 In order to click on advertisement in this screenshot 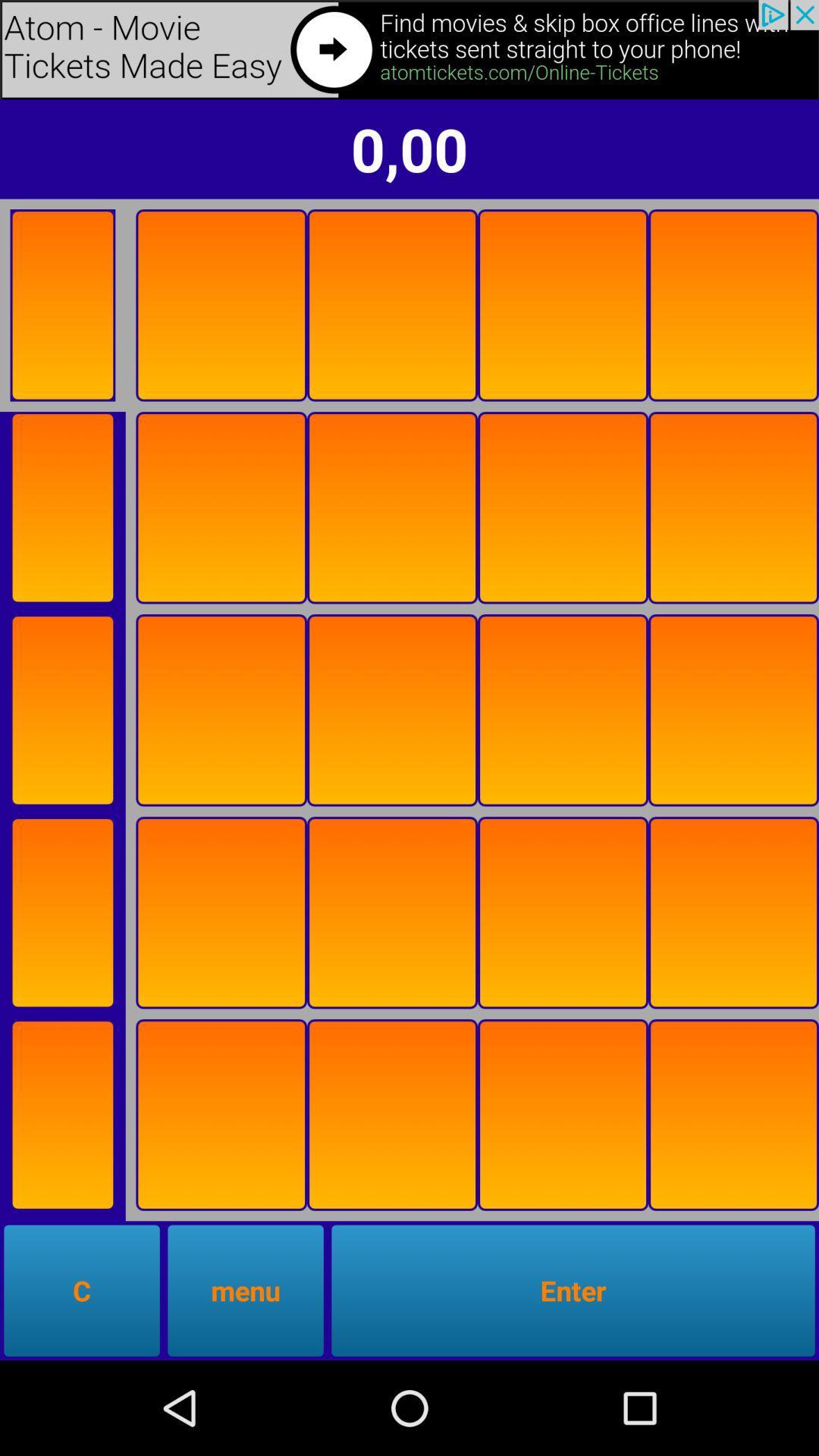, I will do `click(61, 1115)`.